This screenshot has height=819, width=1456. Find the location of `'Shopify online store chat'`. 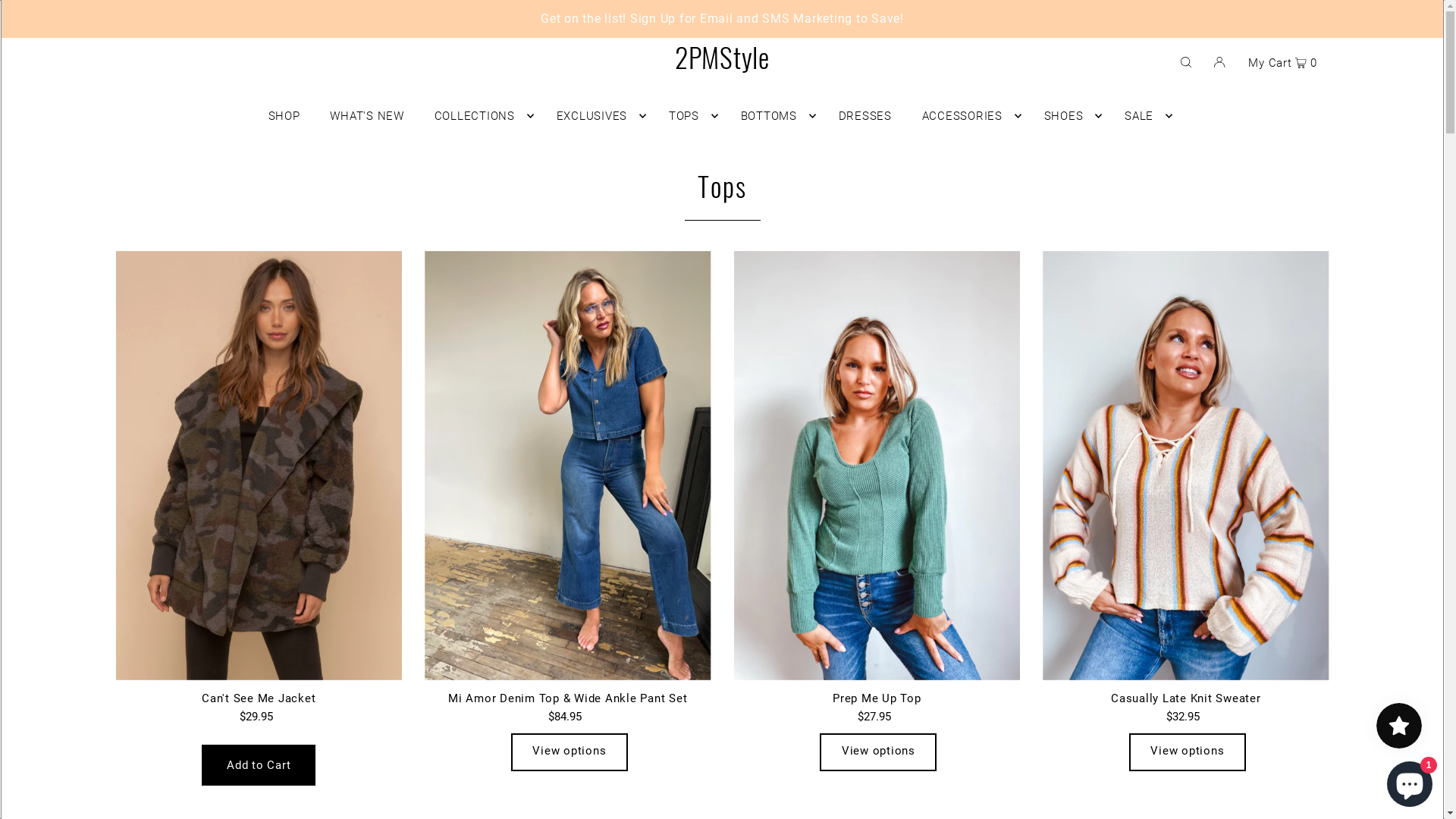

'Shopify online store chat' is located at coordinates (1382, 780).